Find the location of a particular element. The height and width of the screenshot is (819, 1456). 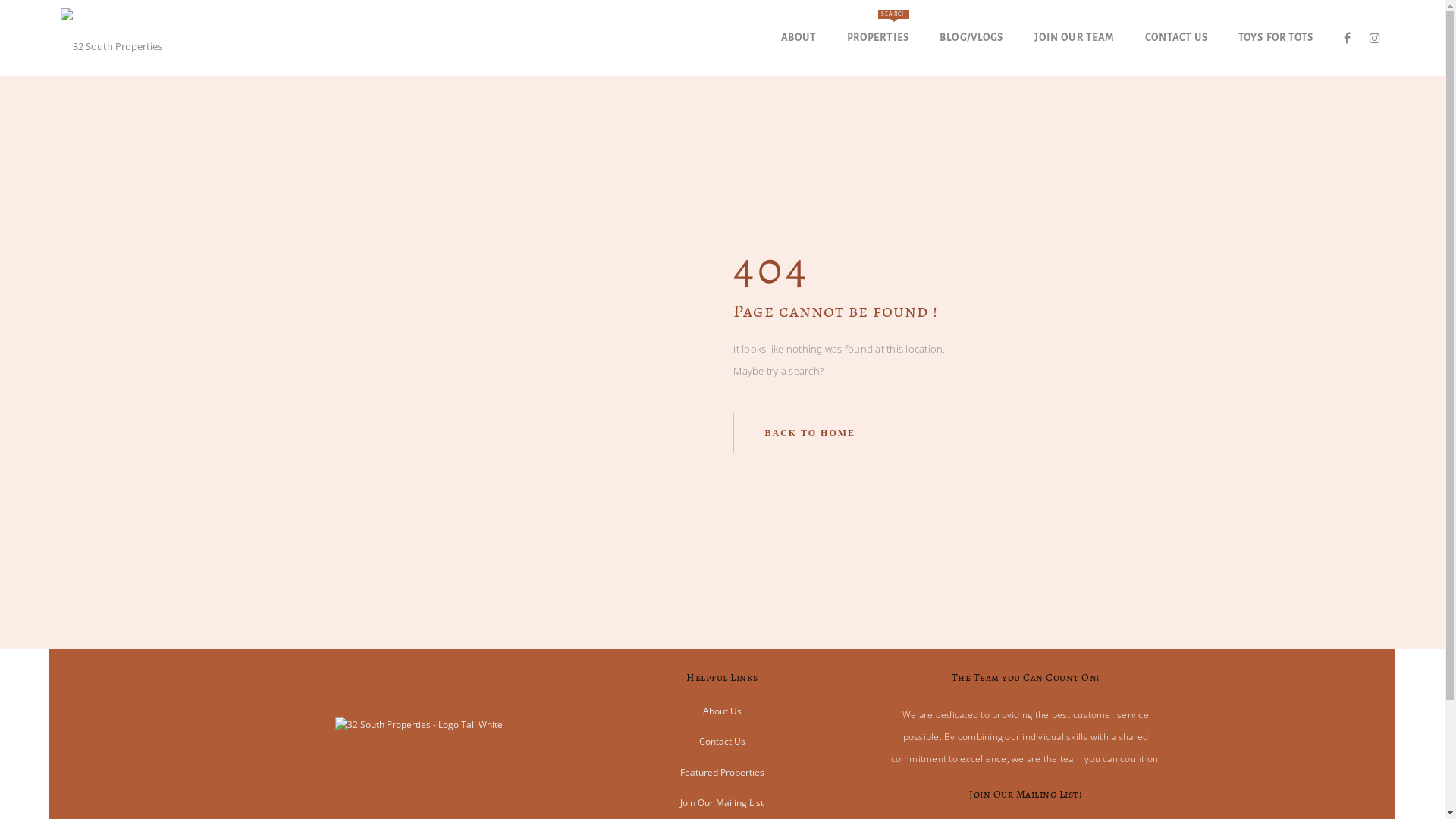

'About Us' is located at coordinates (721, 711).